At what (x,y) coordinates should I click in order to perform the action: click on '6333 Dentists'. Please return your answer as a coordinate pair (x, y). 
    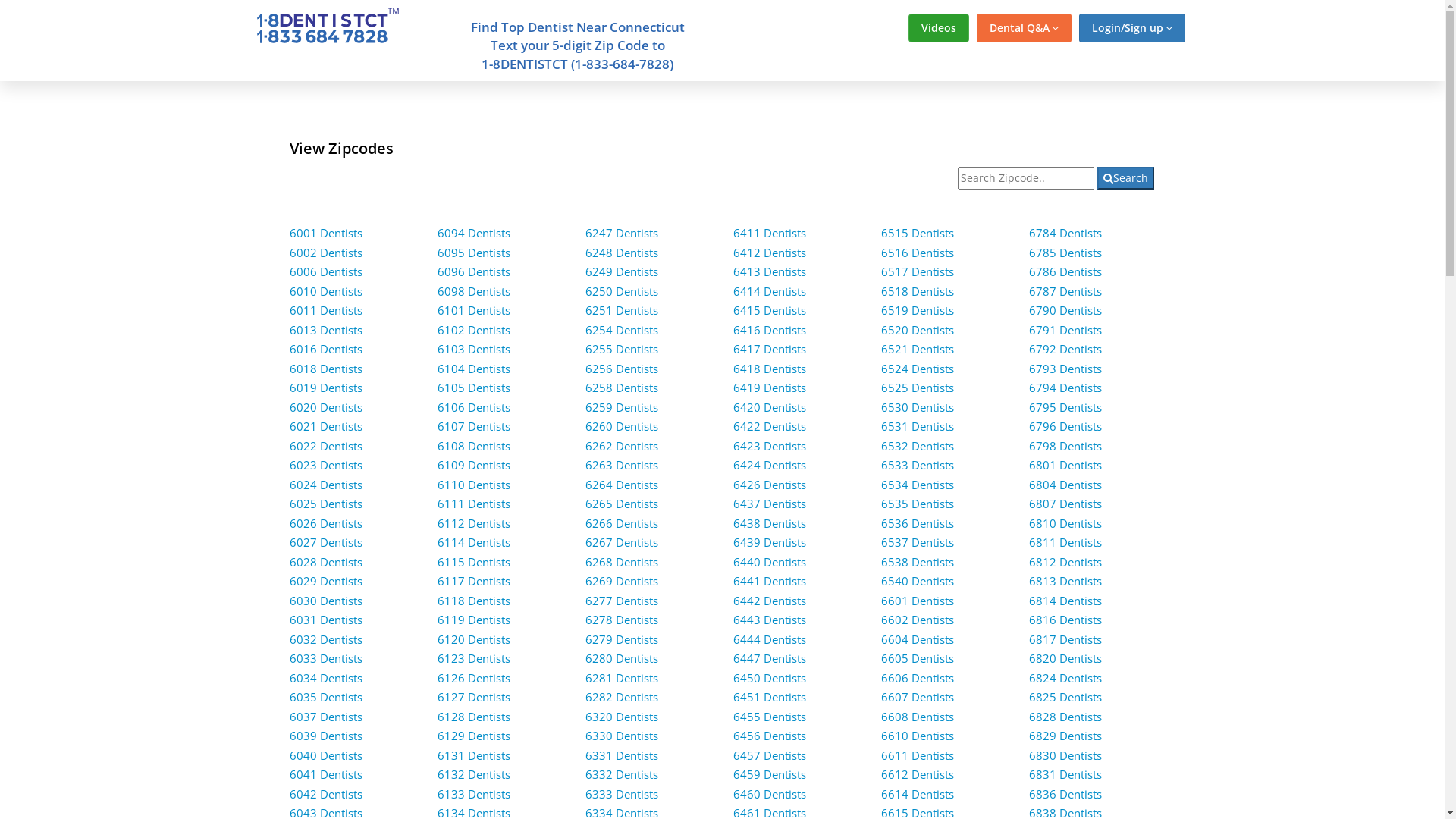
    Looking at the image, I should click on (622, 792).